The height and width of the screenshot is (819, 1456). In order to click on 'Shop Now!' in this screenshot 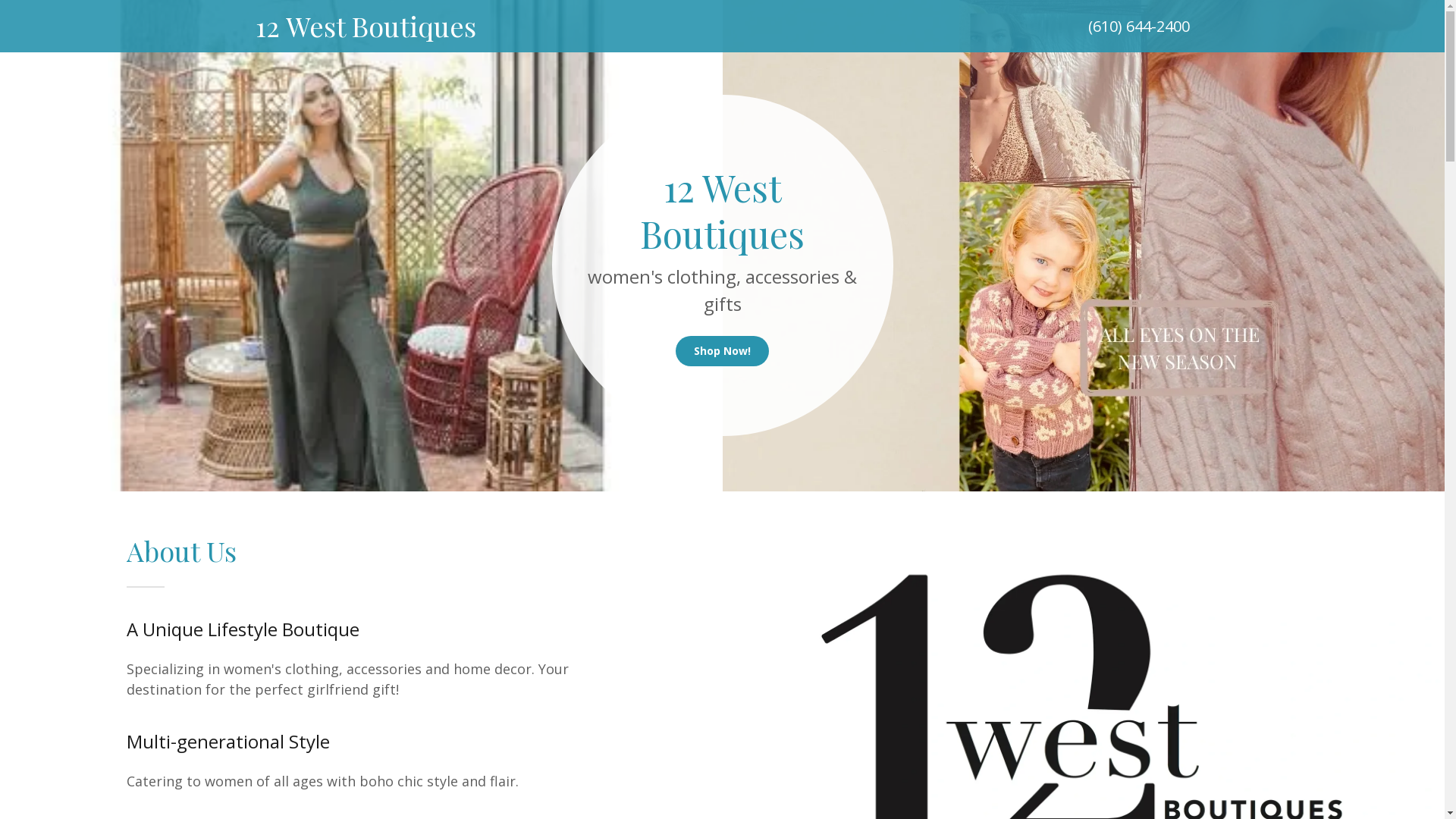, I will do `click(721, 350)`.